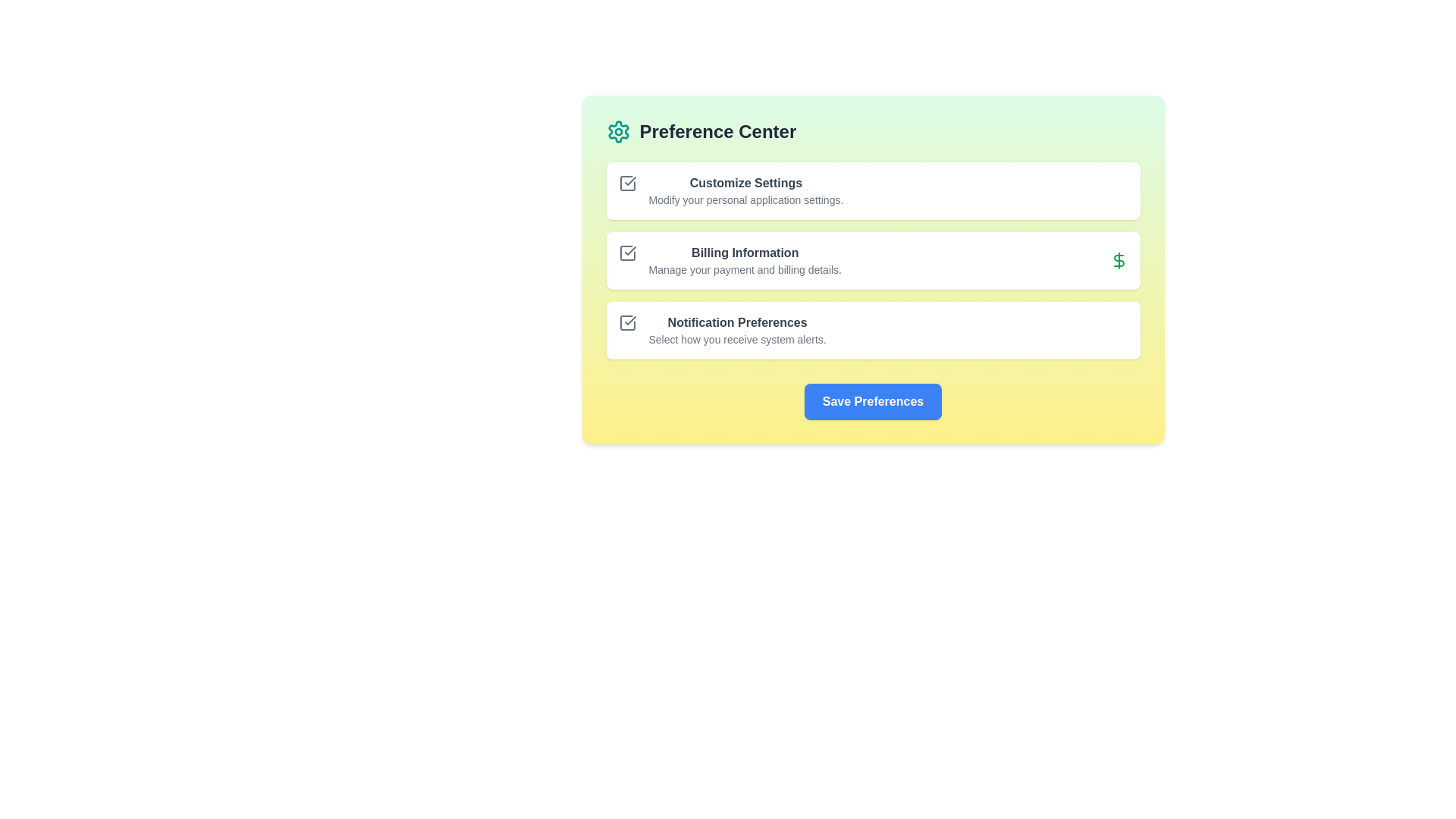 The height and width of the screenshot is (819, 1456). Describe the element at coordinates (745, 253) in the screenshot. I see `the text label displaying 'Billing Information', which is styled with a bold font and has a dark-gray color on a light background` at that location.